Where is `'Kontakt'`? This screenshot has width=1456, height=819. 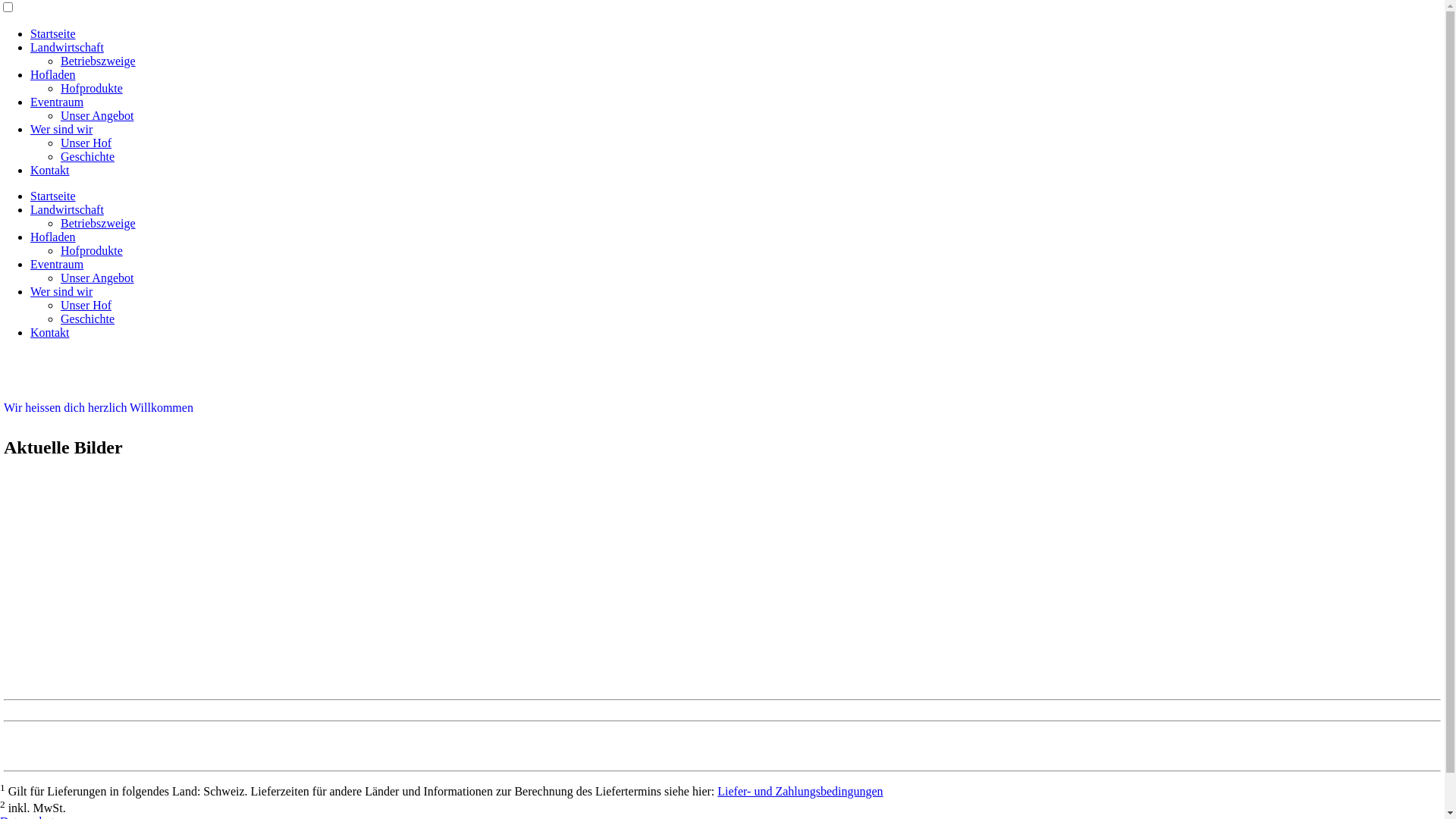
'Kontakt' is located at coordinates (30, 170).